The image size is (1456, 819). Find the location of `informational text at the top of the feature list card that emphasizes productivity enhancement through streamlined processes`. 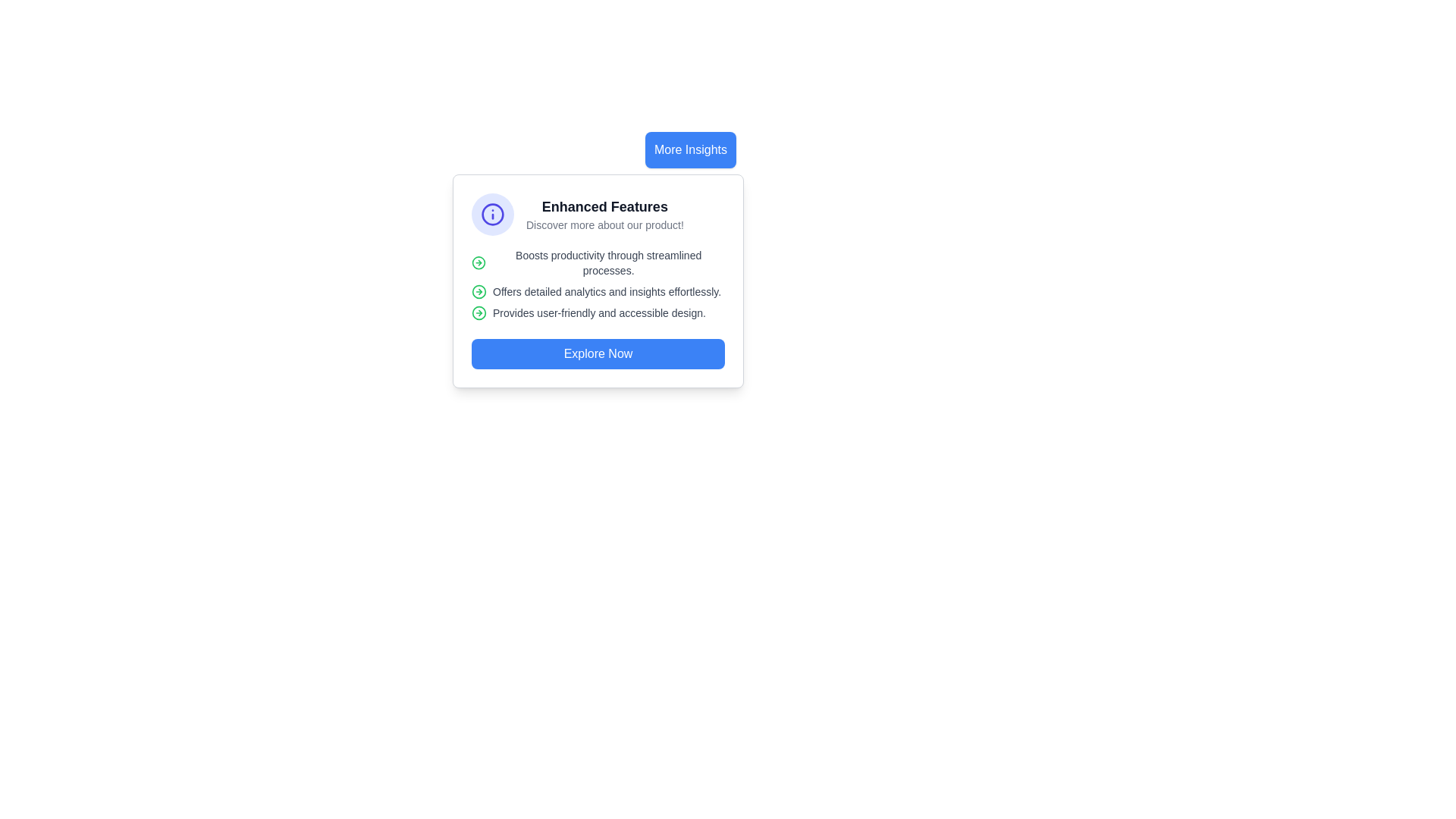

informational text at the top of the feature list card that emphasizes productivity enhancement through streamlined processes is located at coordinates (597, 262).